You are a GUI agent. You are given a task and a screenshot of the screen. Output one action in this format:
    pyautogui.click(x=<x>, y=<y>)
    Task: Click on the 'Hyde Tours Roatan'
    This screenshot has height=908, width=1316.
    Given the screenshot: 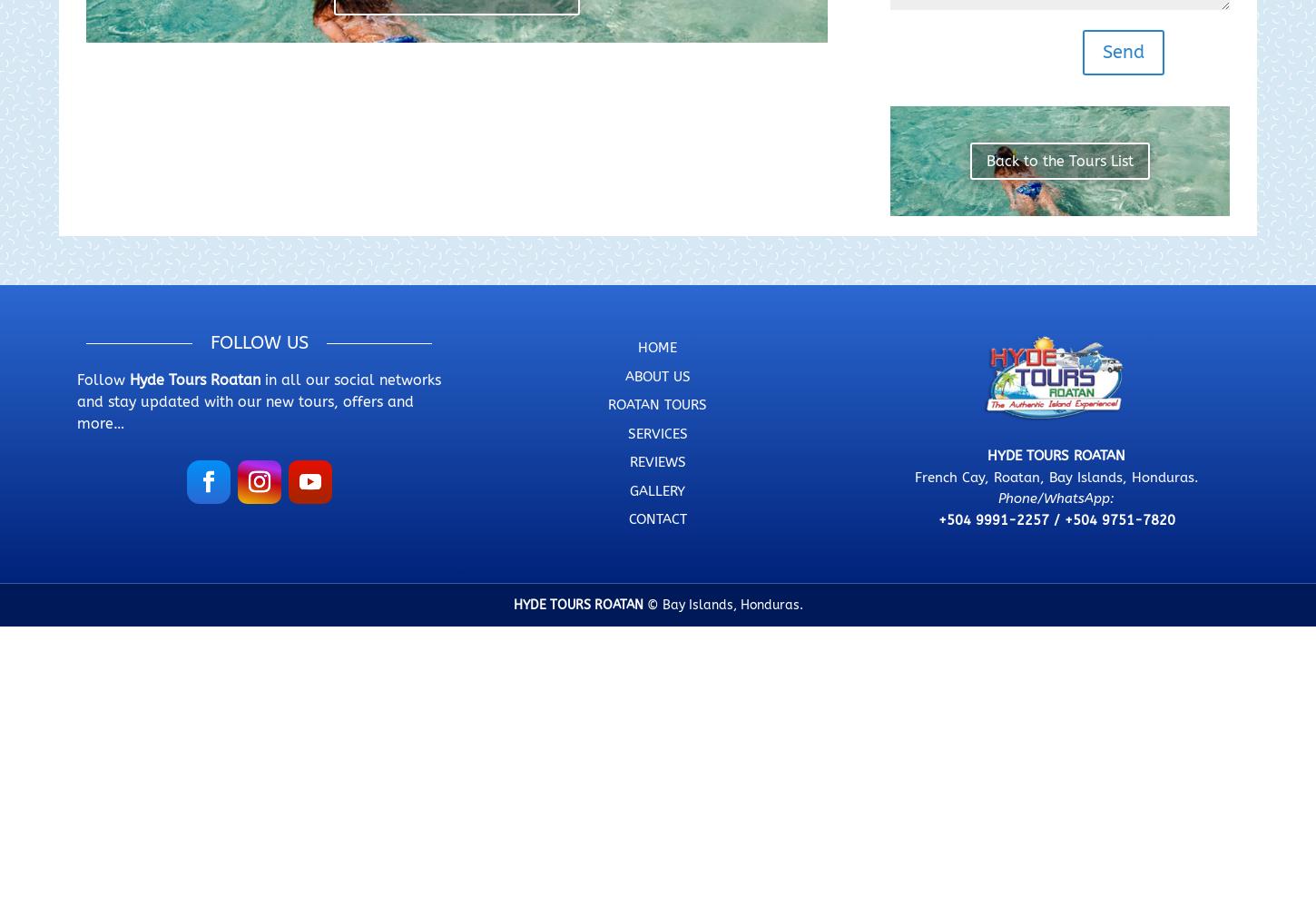 What is the action you would take?
    pyautogui.click(x=194, y=380)
    